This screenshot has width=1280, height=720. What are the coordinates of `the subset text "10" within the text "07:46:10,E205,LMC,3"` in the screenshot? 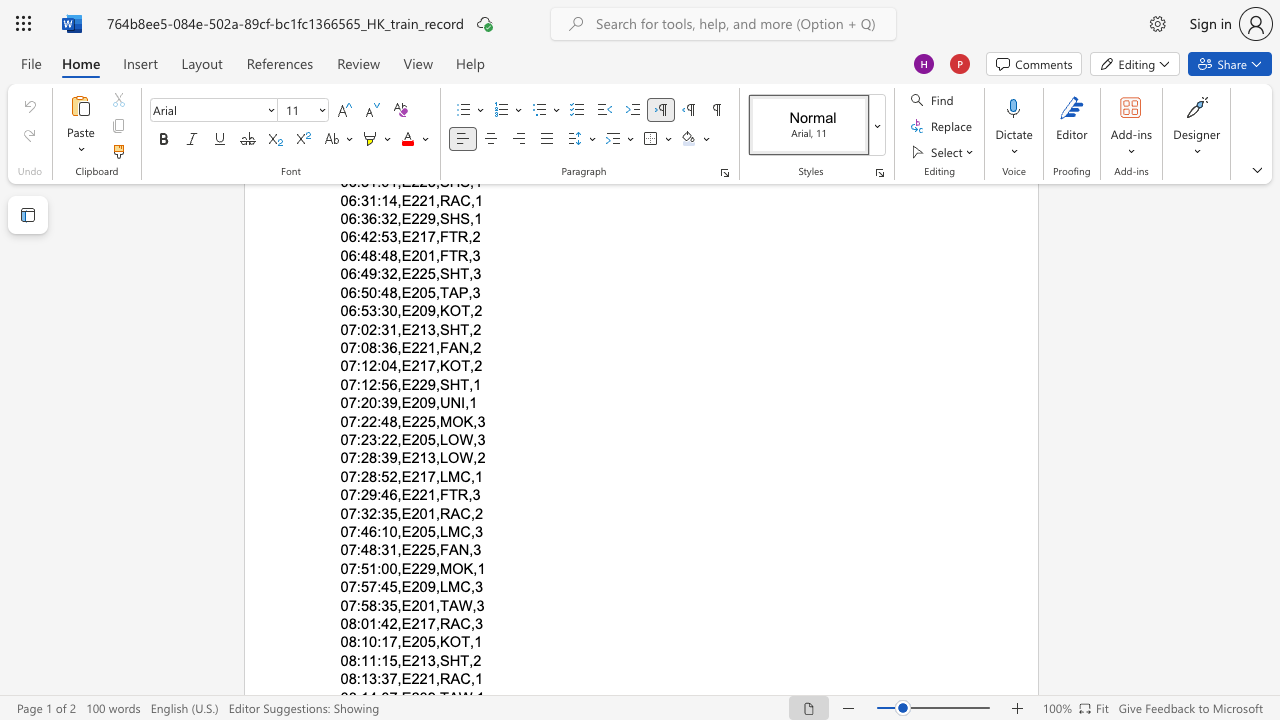 It's located at (381, 530).